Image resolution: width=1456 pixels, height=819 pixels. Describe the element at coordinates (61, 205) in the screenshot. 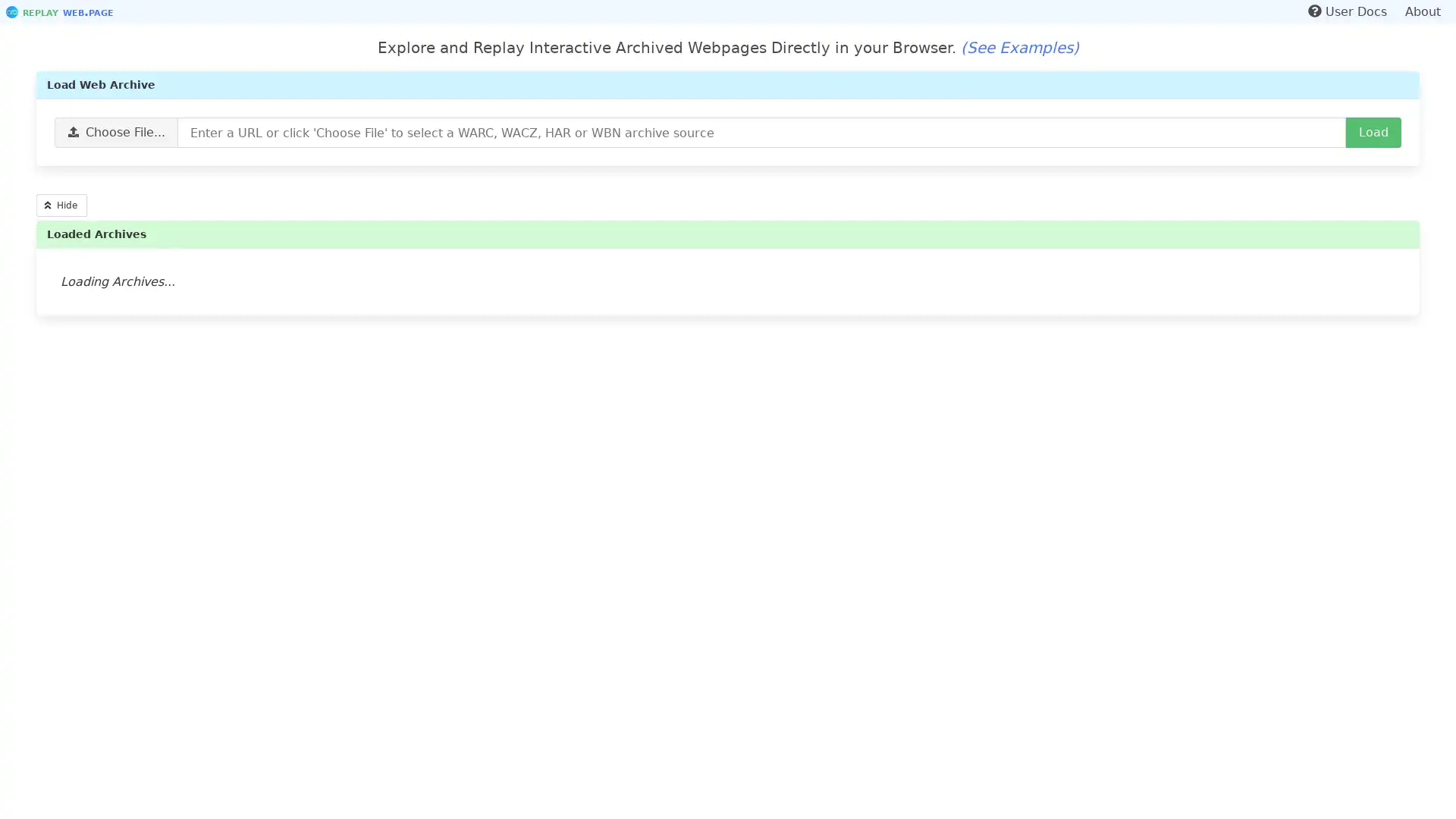

I see `Hide Header` at that location.